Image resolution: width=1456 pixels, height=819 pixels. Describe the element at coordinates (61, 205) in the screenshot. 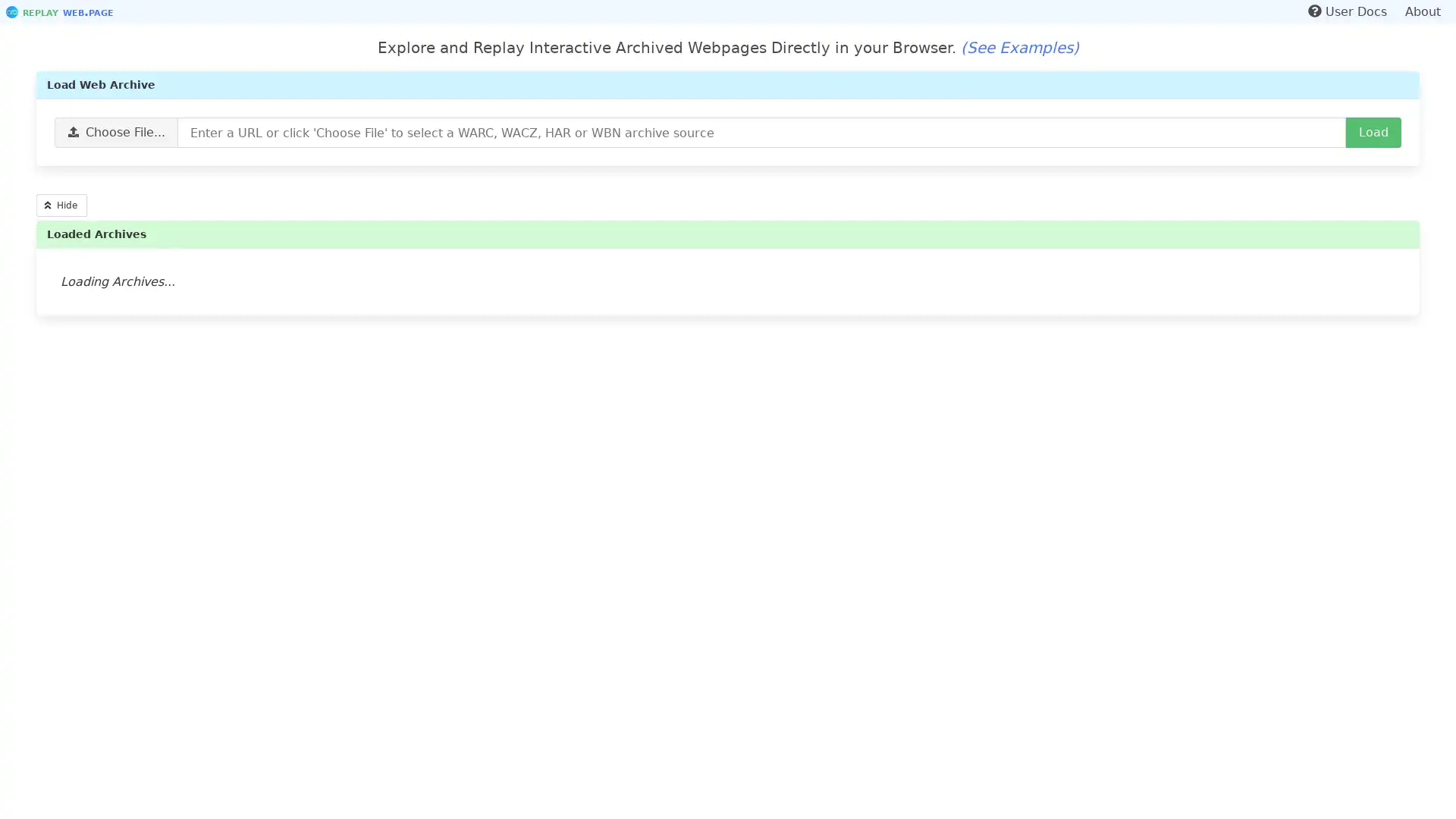

I see `Hide Header` at that location.